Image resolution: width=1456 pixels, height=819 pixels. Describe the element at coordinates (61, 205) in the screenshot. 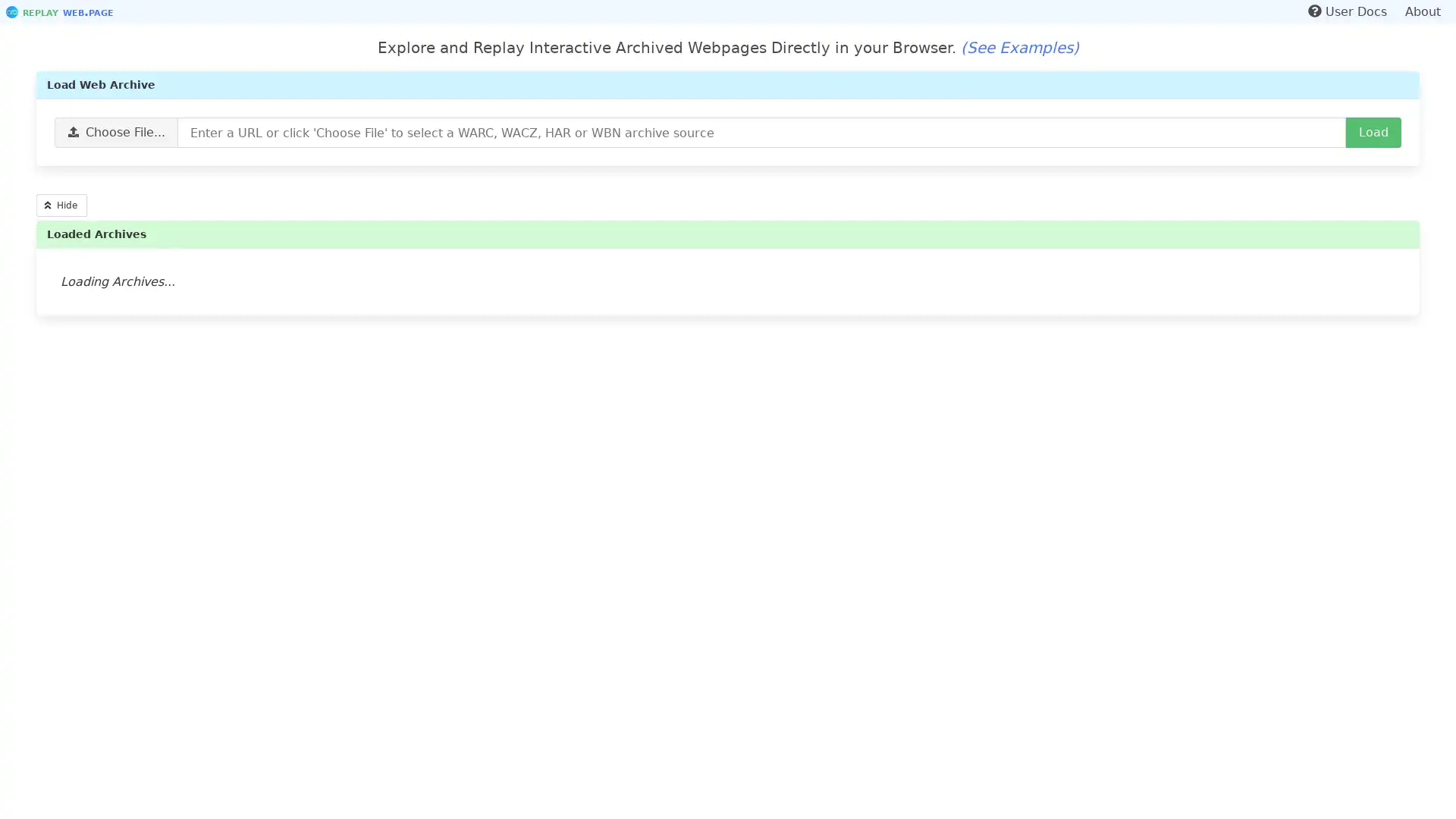

I see `Hide Header` at that location.